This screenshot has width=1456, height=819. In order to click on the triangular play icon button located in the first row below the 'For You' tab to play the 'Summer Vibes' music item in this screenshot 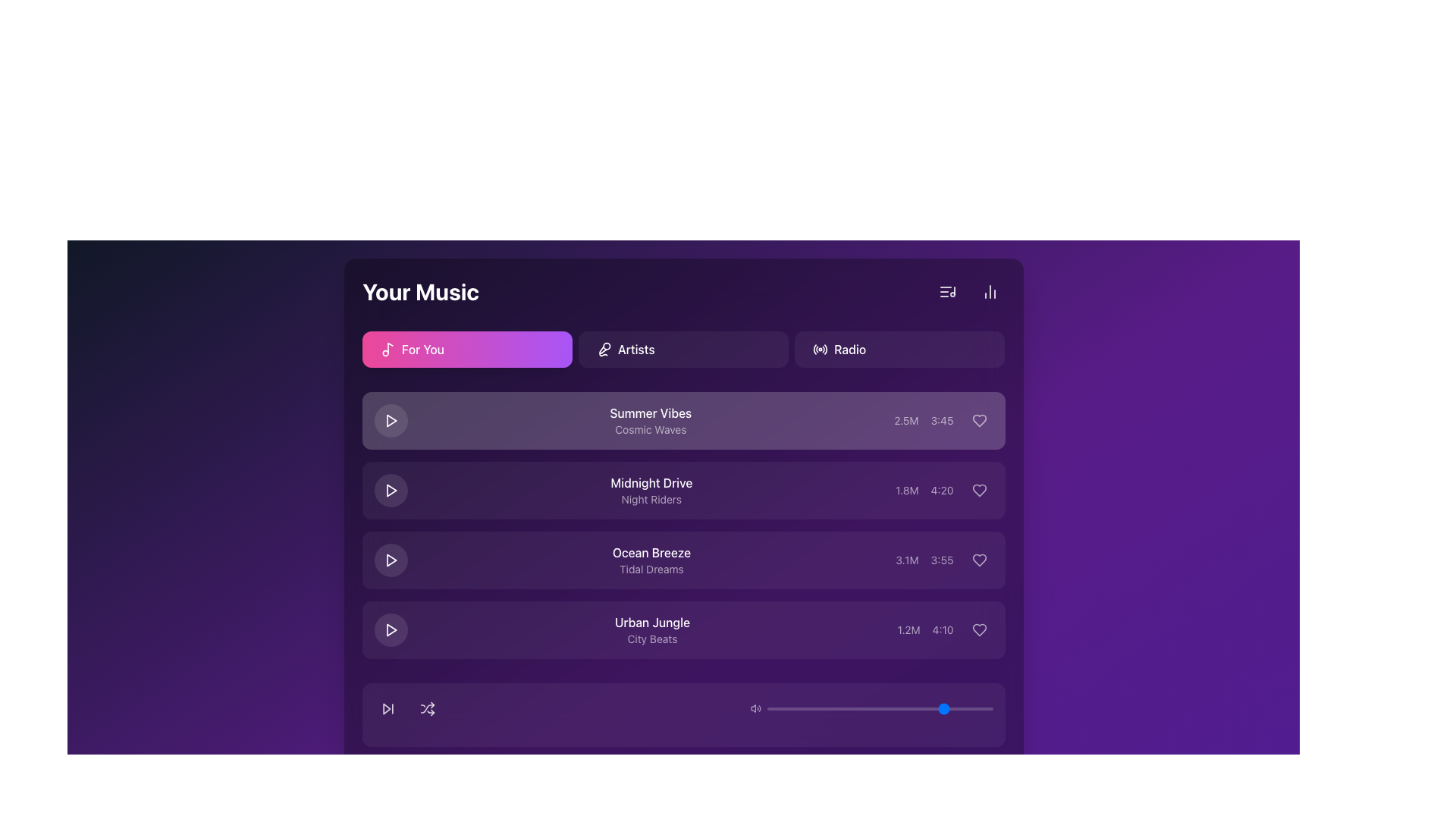, I will do `click(391, 421)`.